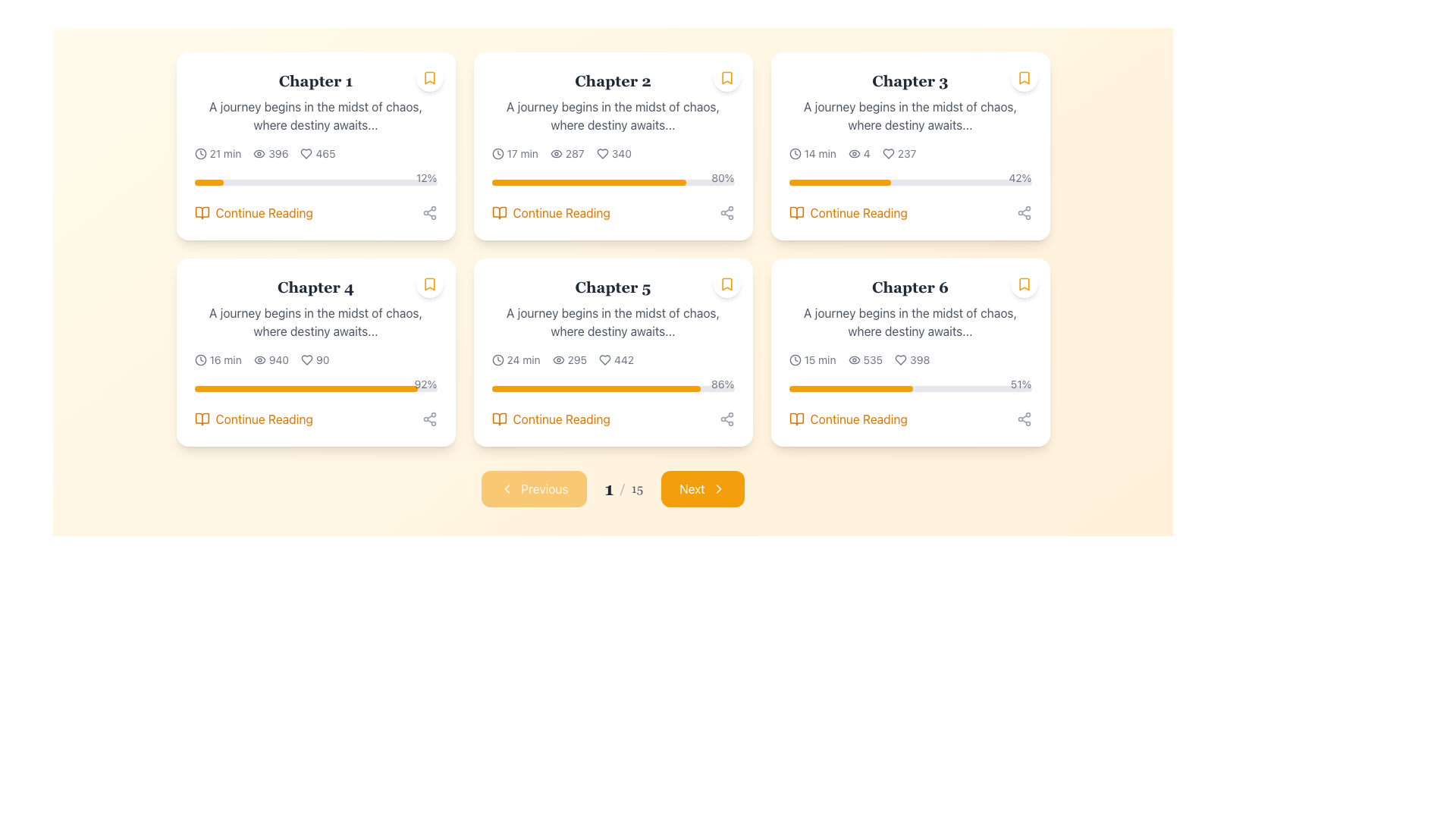 The width and height of the screenshot is (1456, 819). I want to click on the button located within the 'Chapter 4' card that allows users to continue reading the article or chapter, positioned near the bottom of the card below a horizontal progress bar for accessibility navigation, so click(253, 419).